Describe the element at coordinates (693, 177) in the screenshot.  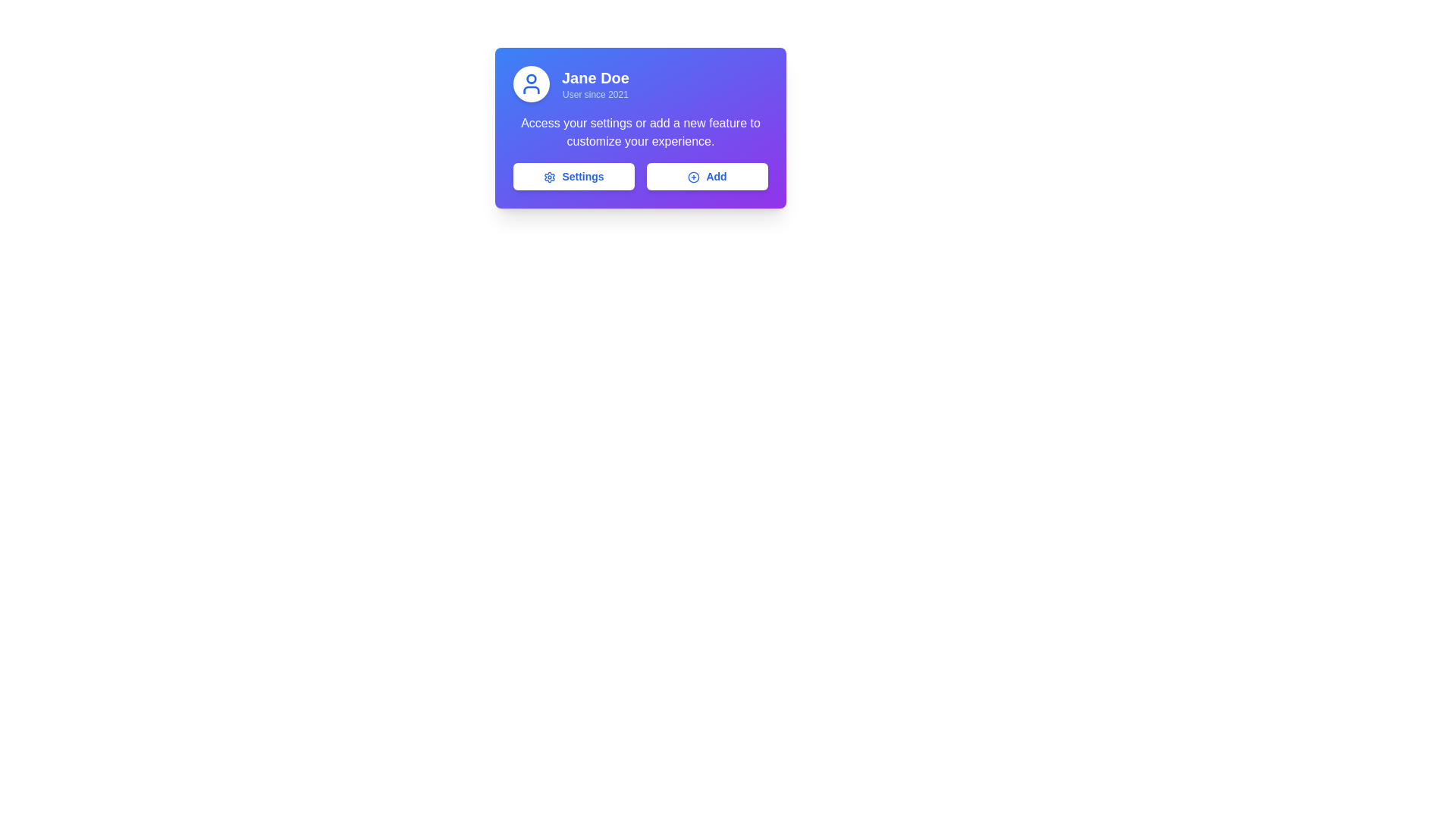
I see `the Icon that visually enhances the 'Add' button, suggesting the addition of an item or feature` at that location.